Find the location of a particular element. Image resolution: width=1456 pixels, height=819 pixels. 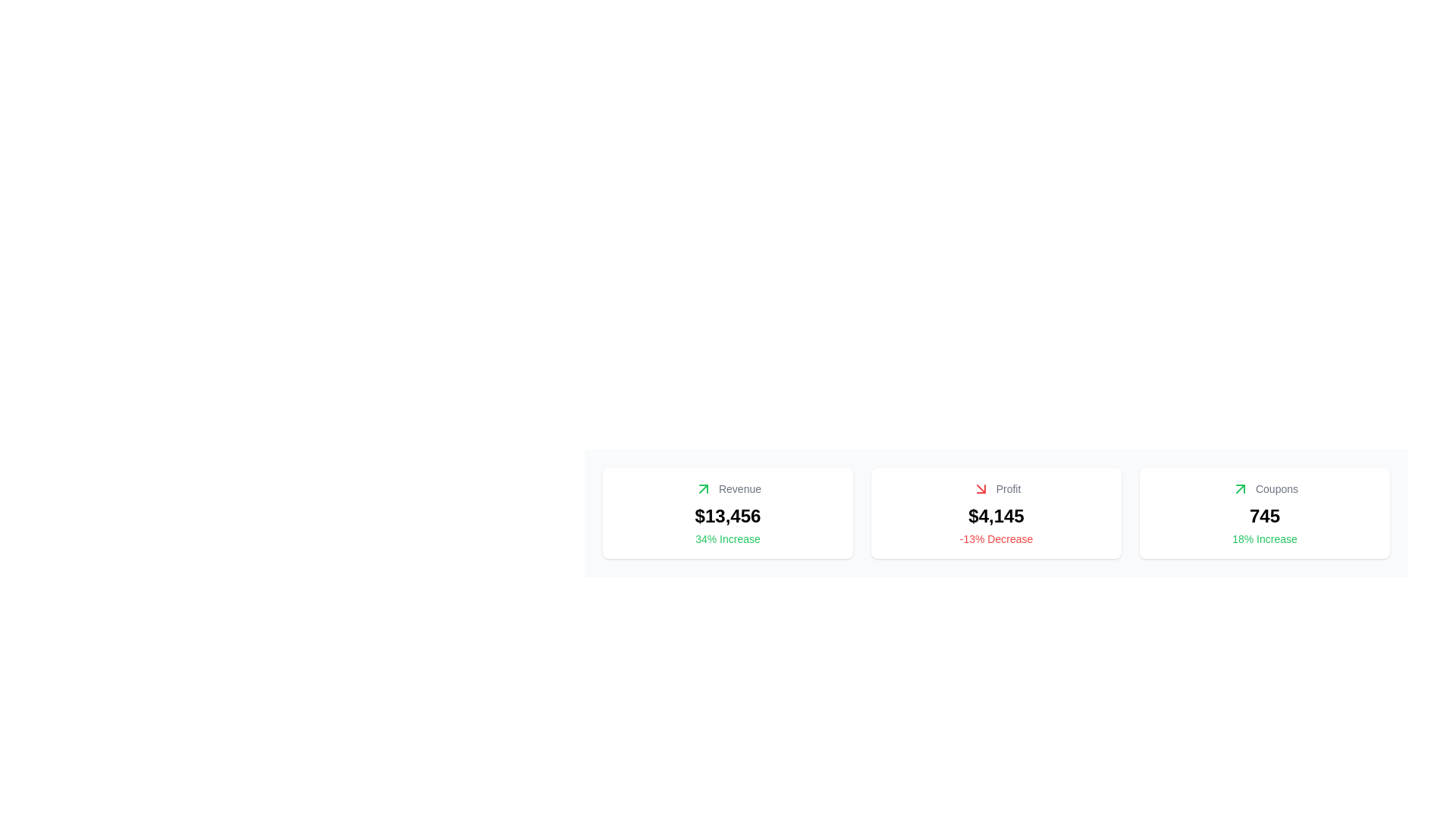

the descriptive label for the 'Coupons' metric, located at the top of the last card in a row of three cards, above the numerical value '745' and the text '18% Increase' is located at coordinates (1264, 488).